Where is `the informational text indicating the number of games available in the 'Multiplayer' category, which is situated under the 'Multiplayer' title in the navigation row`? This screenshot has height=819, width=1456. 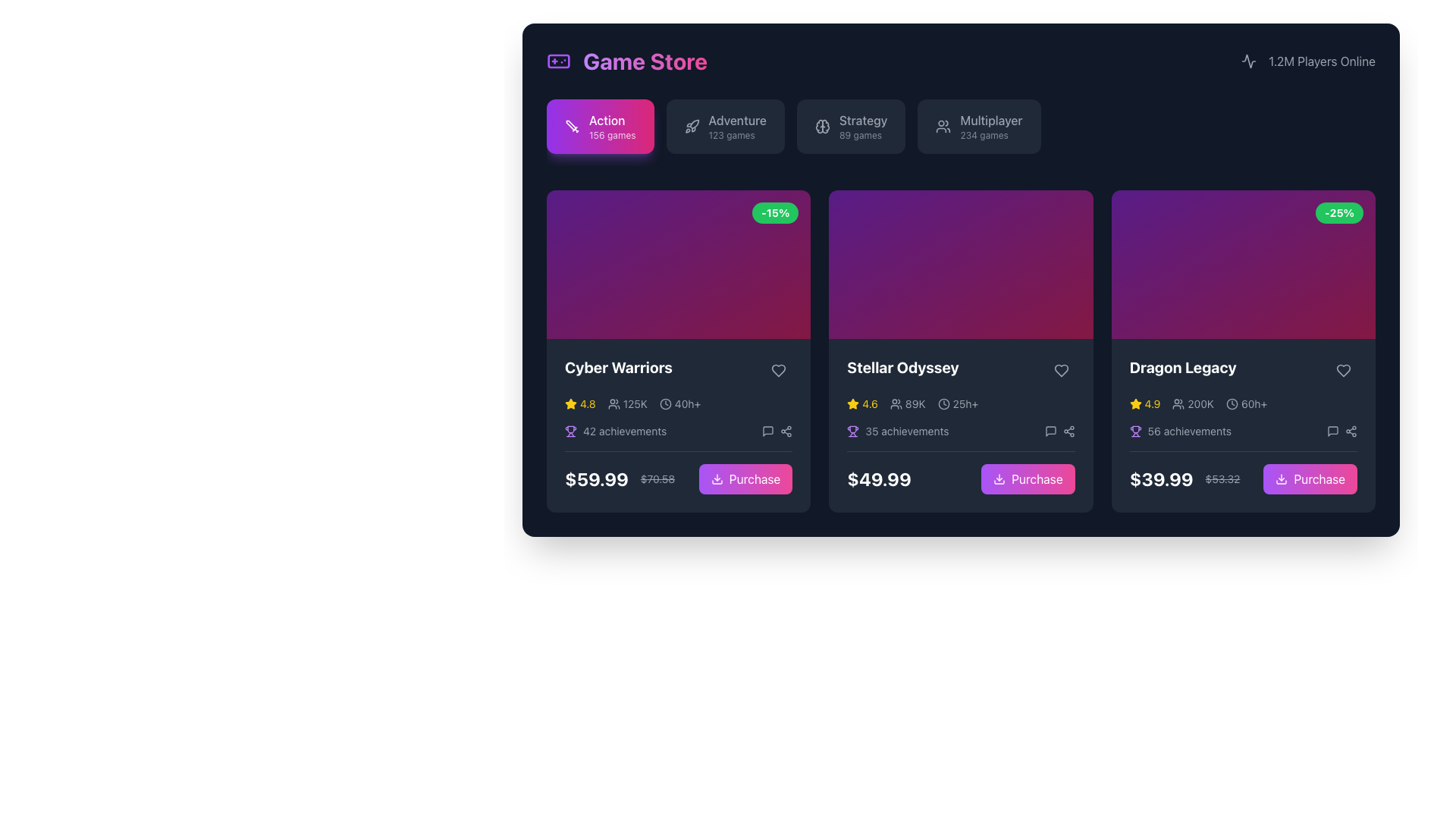 the informational text indicating the number of games available in the 'Multiplayer' category, which is situated under the 'Multiplayer' title in the navigation row is located at coordinates (984, 134).